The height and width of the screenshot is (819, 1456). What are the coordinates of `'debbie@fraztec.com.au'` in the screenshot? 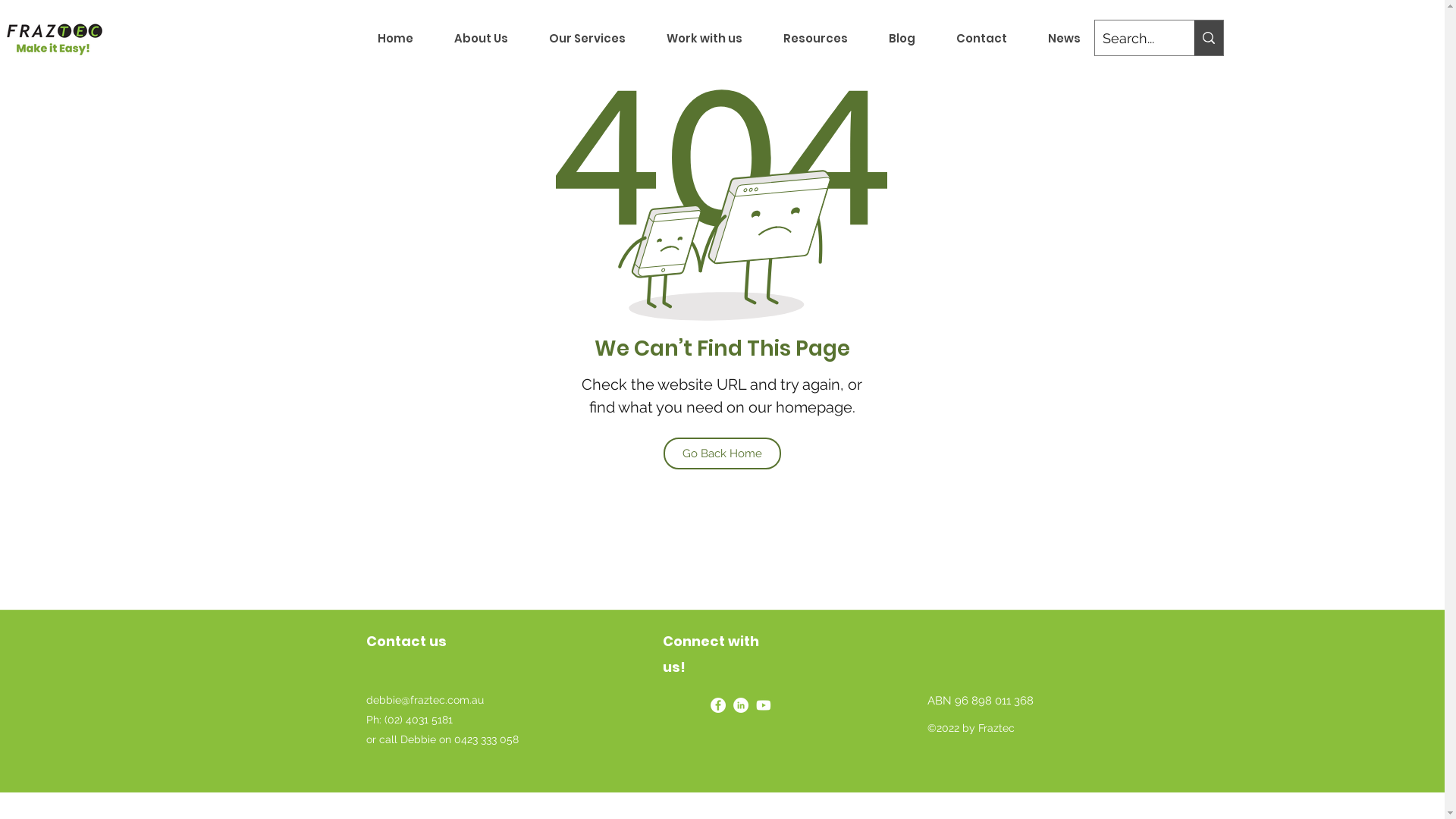 It's located at (424, 698).